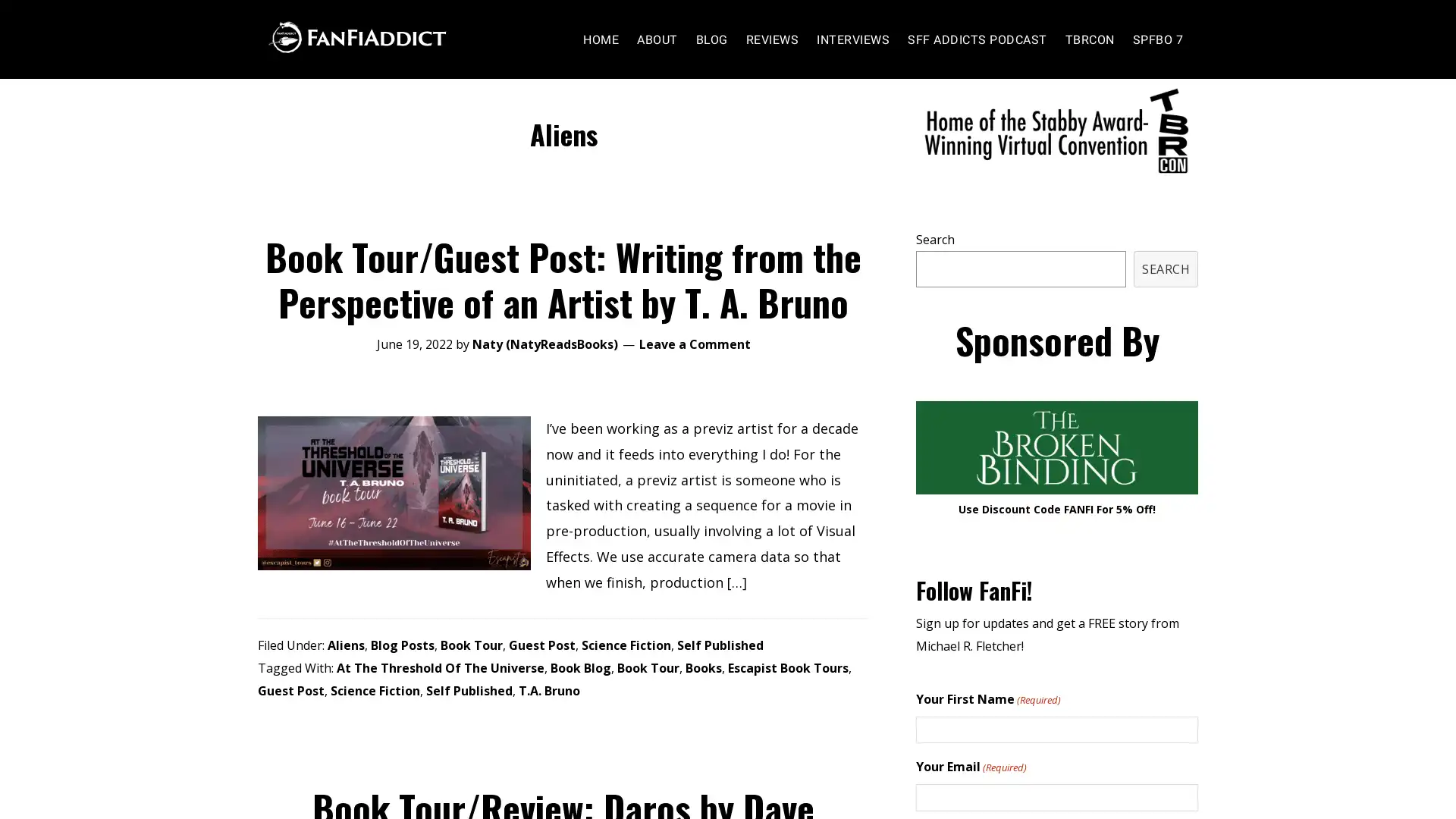 The image size is (1456, 819). I want to click on SEARCH, so click(1165, 298).